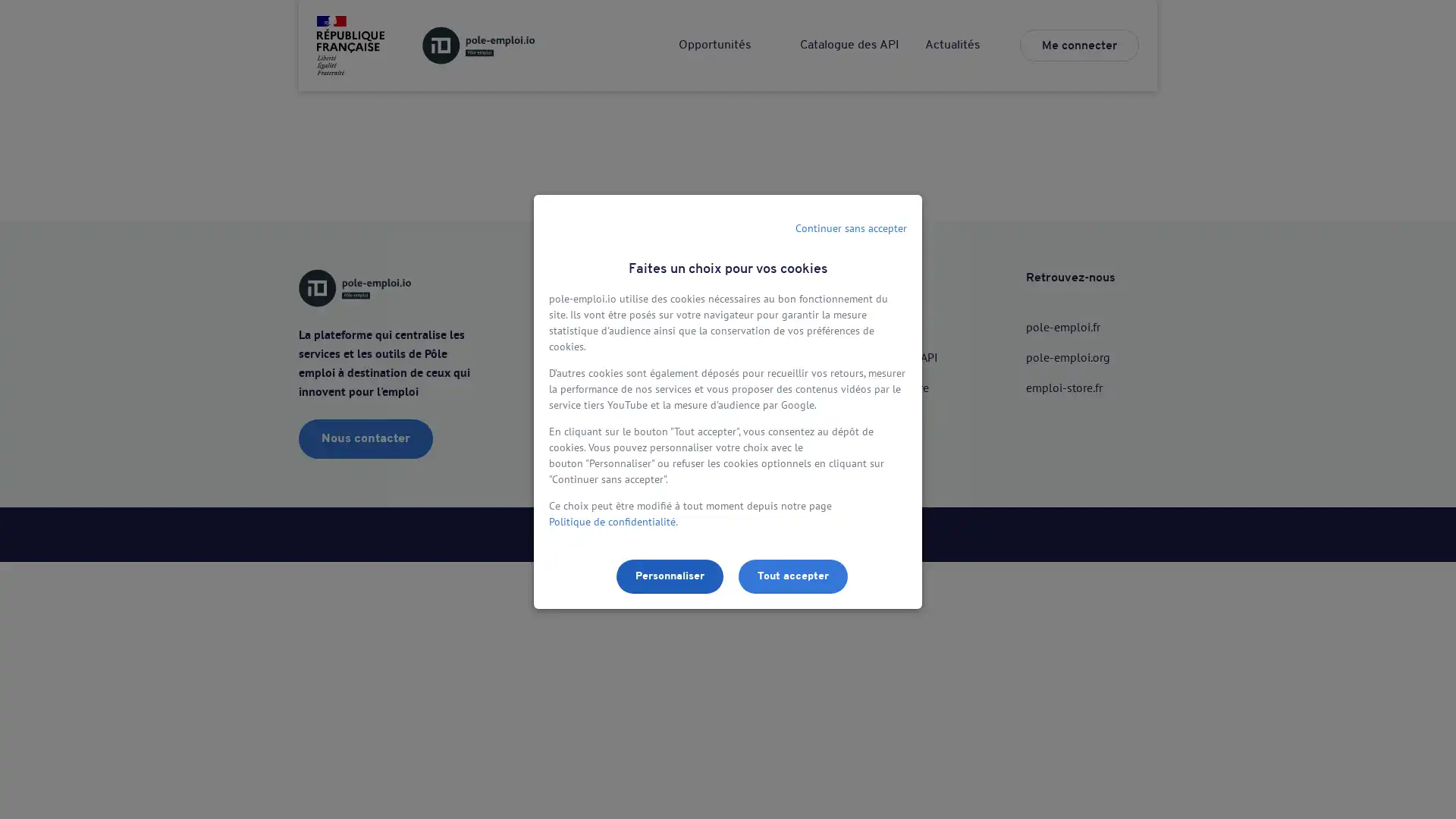 This screenshot has height=819, width=1456. I want to click on Tout accepter, so click(792, 576).